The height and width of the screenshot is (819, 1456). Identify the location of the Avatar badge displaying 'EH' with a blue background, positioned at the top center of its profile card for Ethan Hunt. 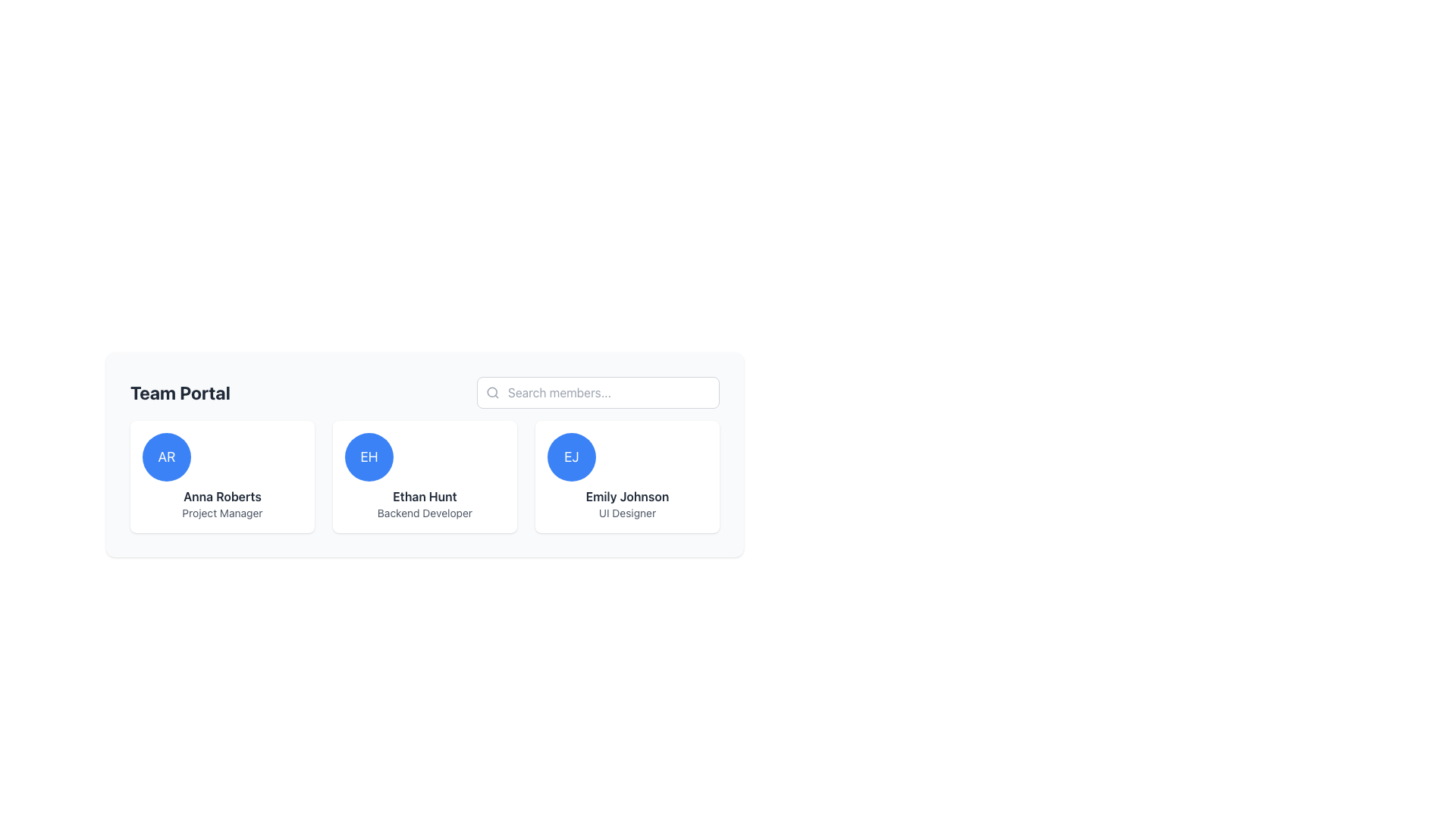
(369, 456).